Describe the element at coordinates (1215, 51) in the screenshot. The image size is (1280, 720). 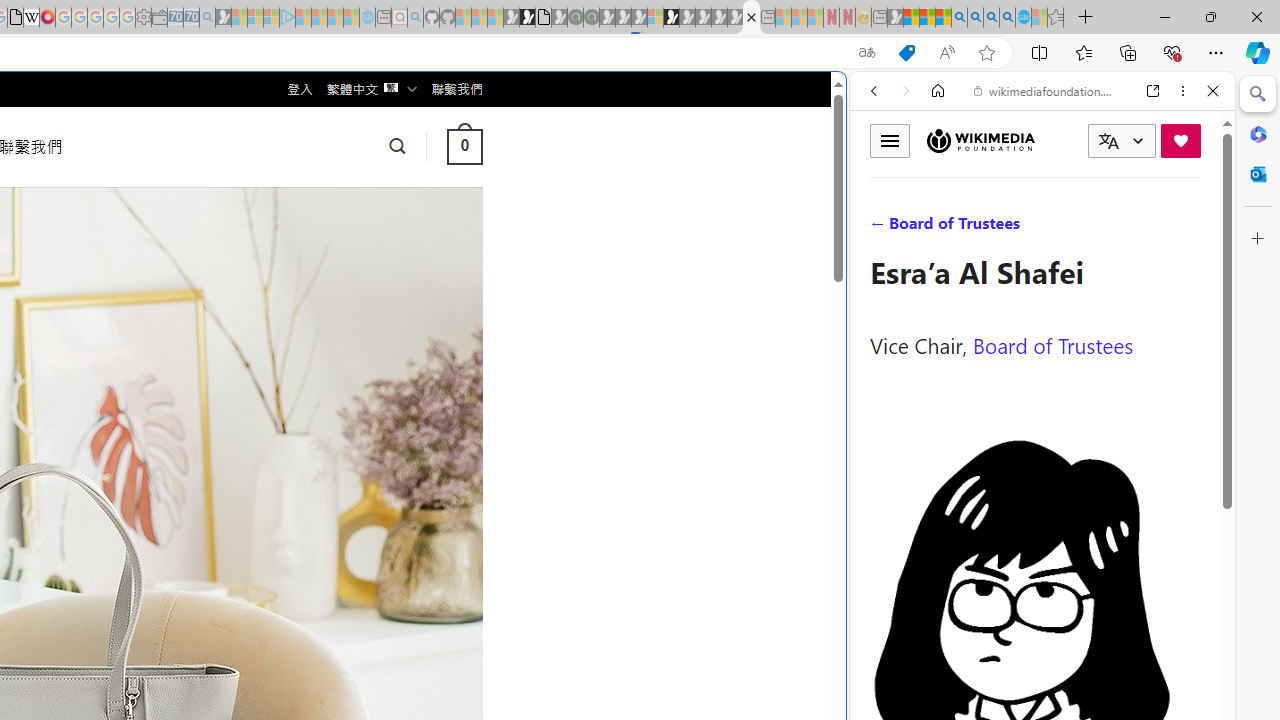
I see `'Settings and more (Alt+F)'` at that location.